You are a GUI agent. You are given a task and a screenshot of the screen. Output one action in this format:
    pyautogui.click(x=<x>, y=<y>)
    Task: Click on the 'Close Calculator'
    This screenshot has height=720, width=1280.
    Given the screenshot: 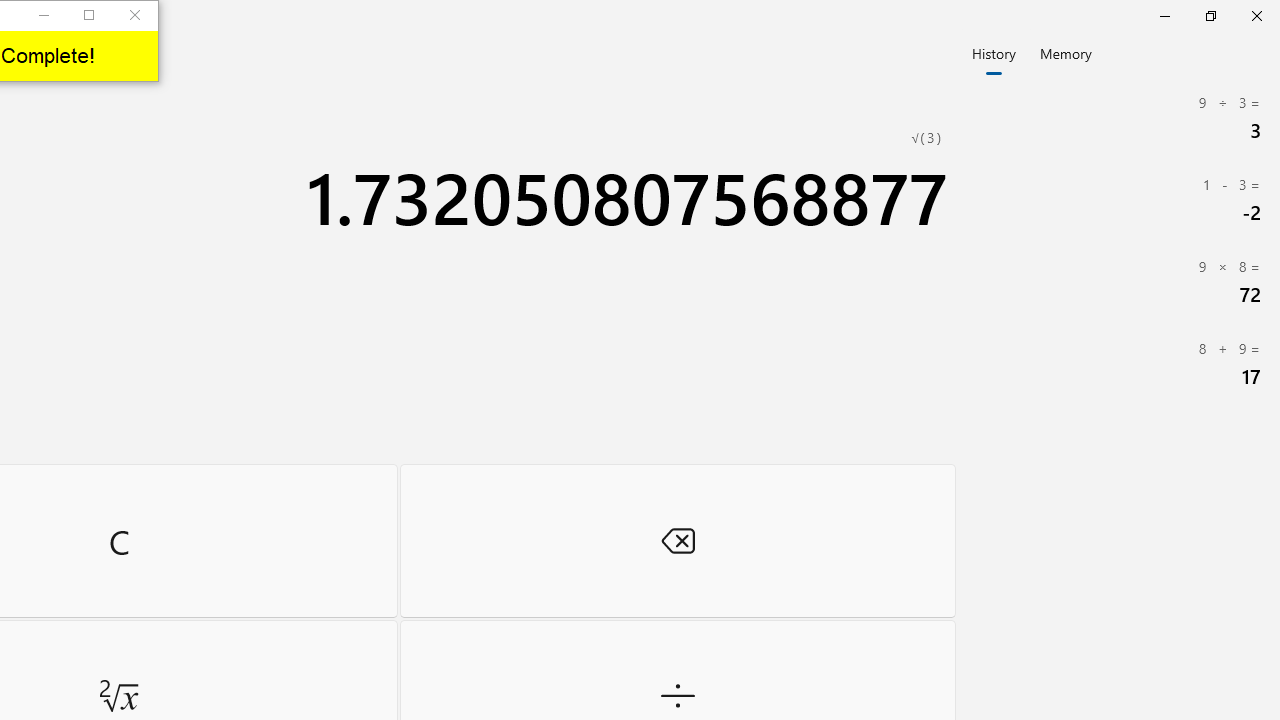 What is the action you would take?
    pyautogui.click(x=1255, y=15)
    